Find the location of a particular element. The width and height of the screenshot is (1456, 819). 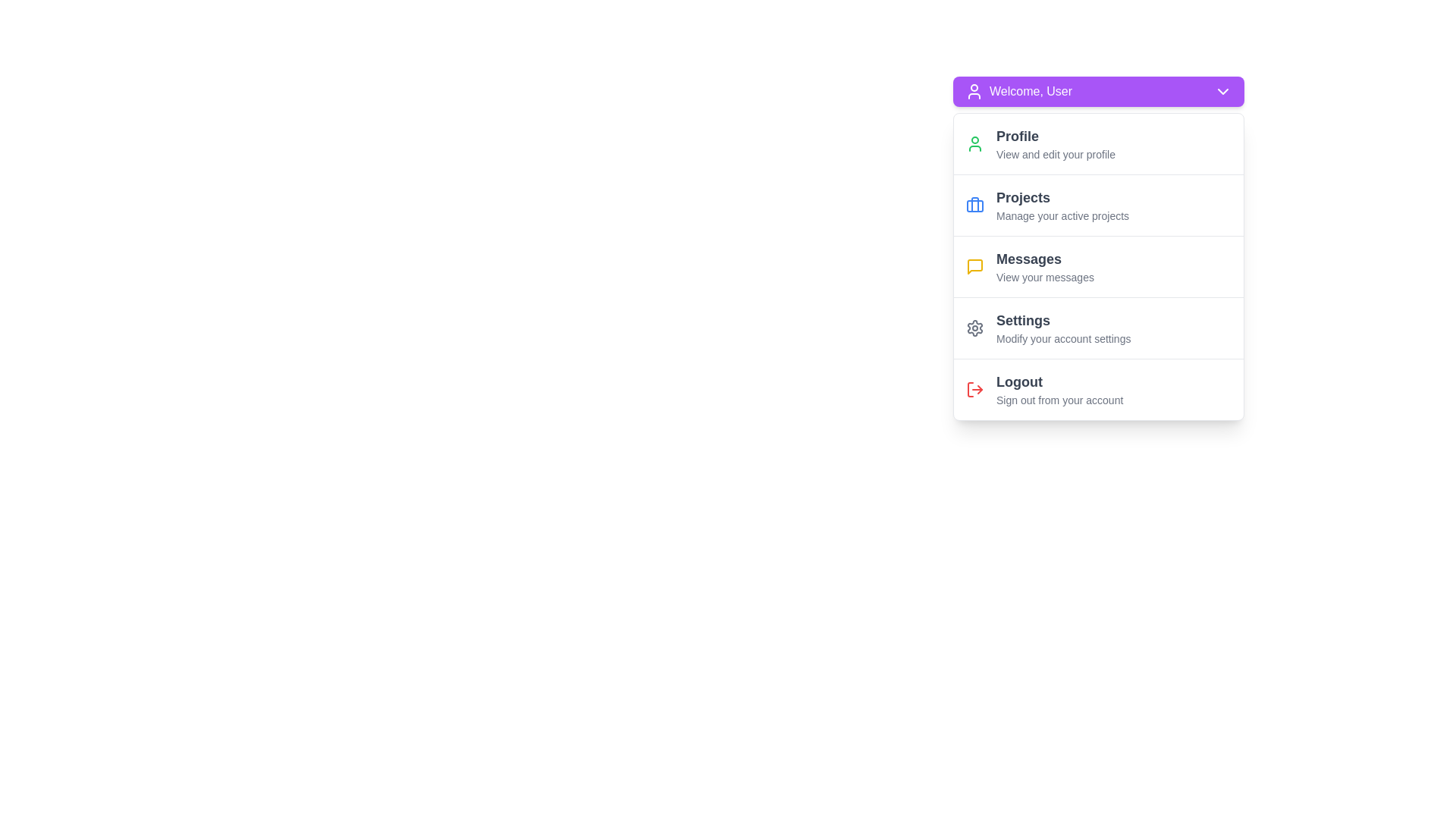

text from the second line of the 'Projects' section, which provides additional information related to the 'Projects' header is located at coordinates (1062, 216).